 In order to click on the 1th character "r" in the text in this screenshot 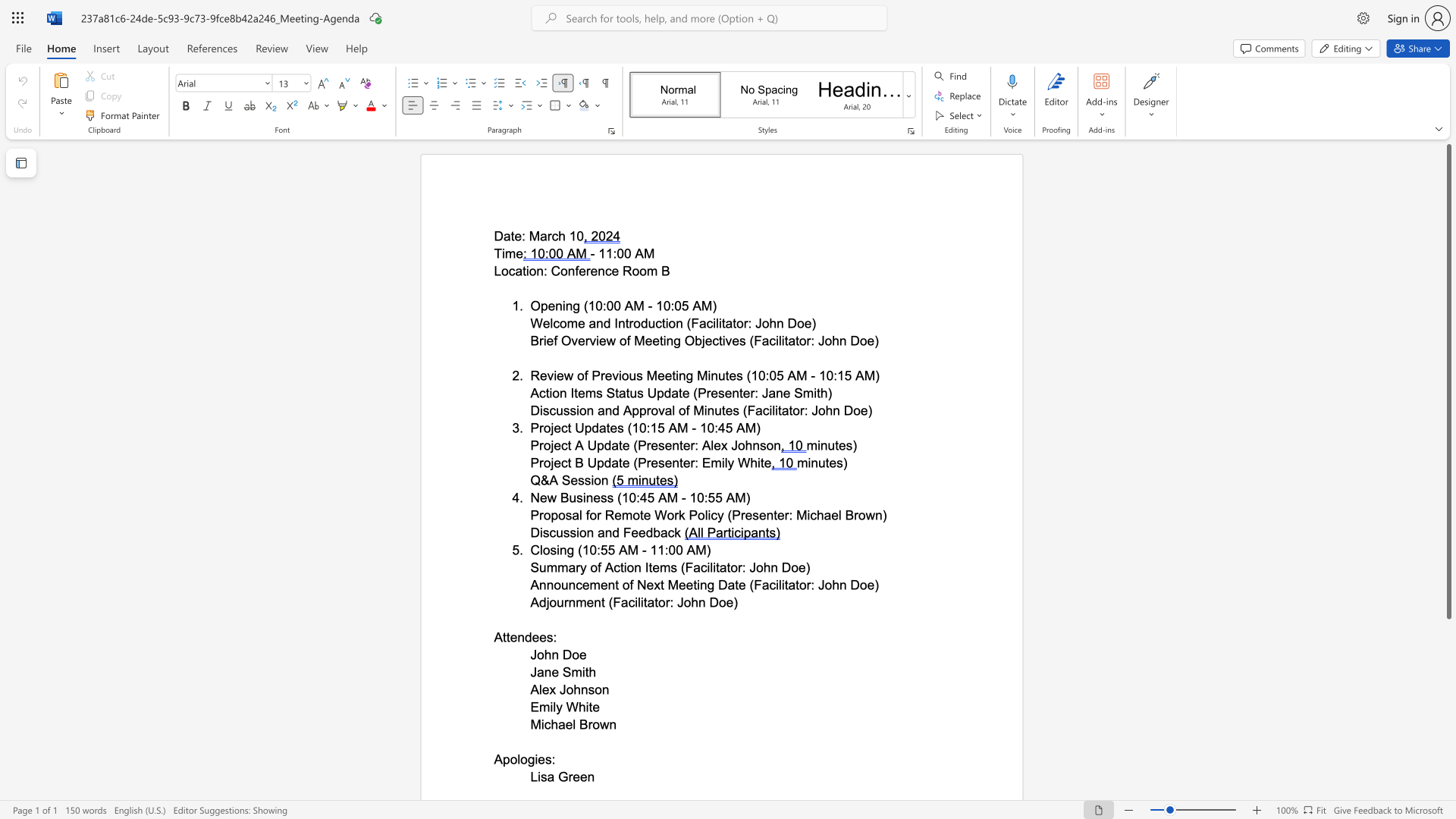, I will do `click(565, 601)`.